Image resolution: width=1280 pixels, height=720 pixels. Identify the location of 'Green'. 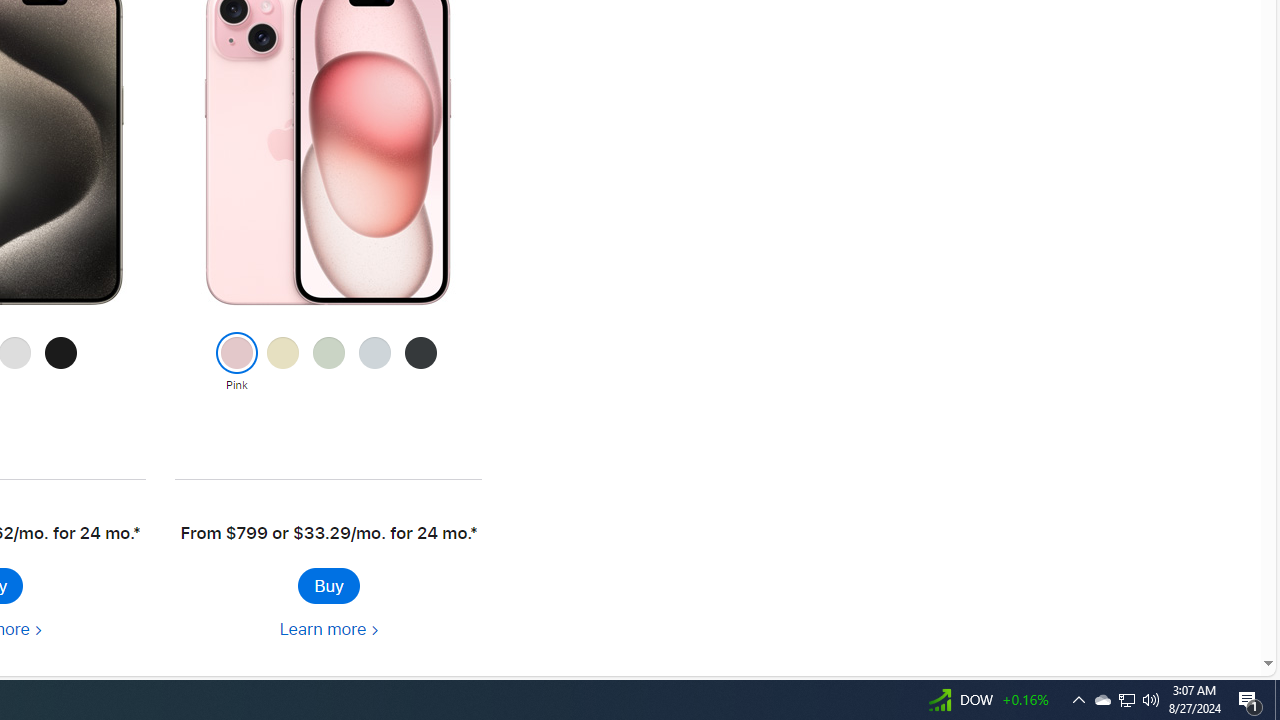
(328, 363).